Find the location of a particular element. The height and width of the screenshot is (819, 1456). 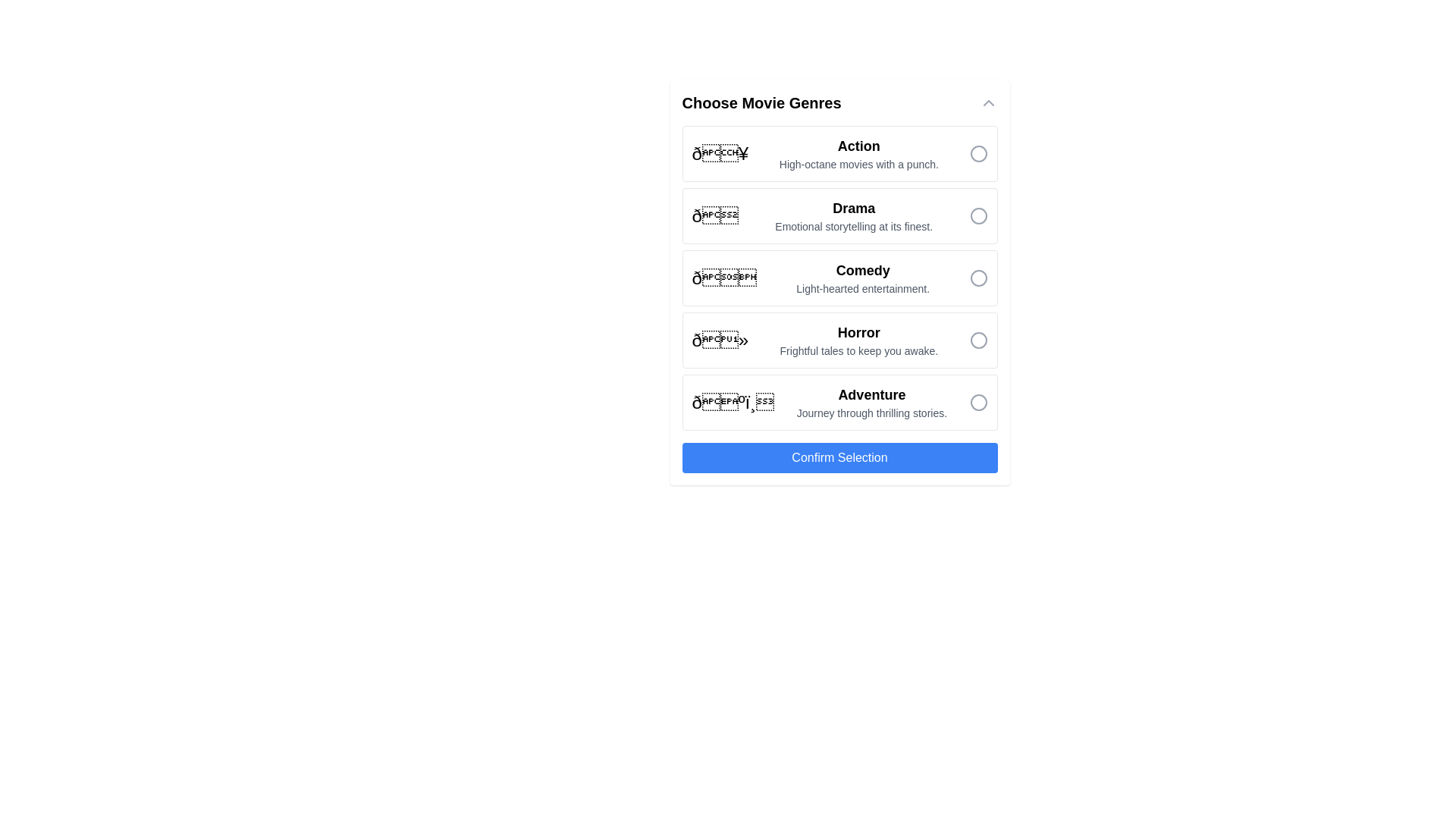

the Text Label that provides additional descriptive information for the 'Action' genre option in the movie genre selection menu, located beneath the bold title 'Action.' is located at coordinates (858, 164).